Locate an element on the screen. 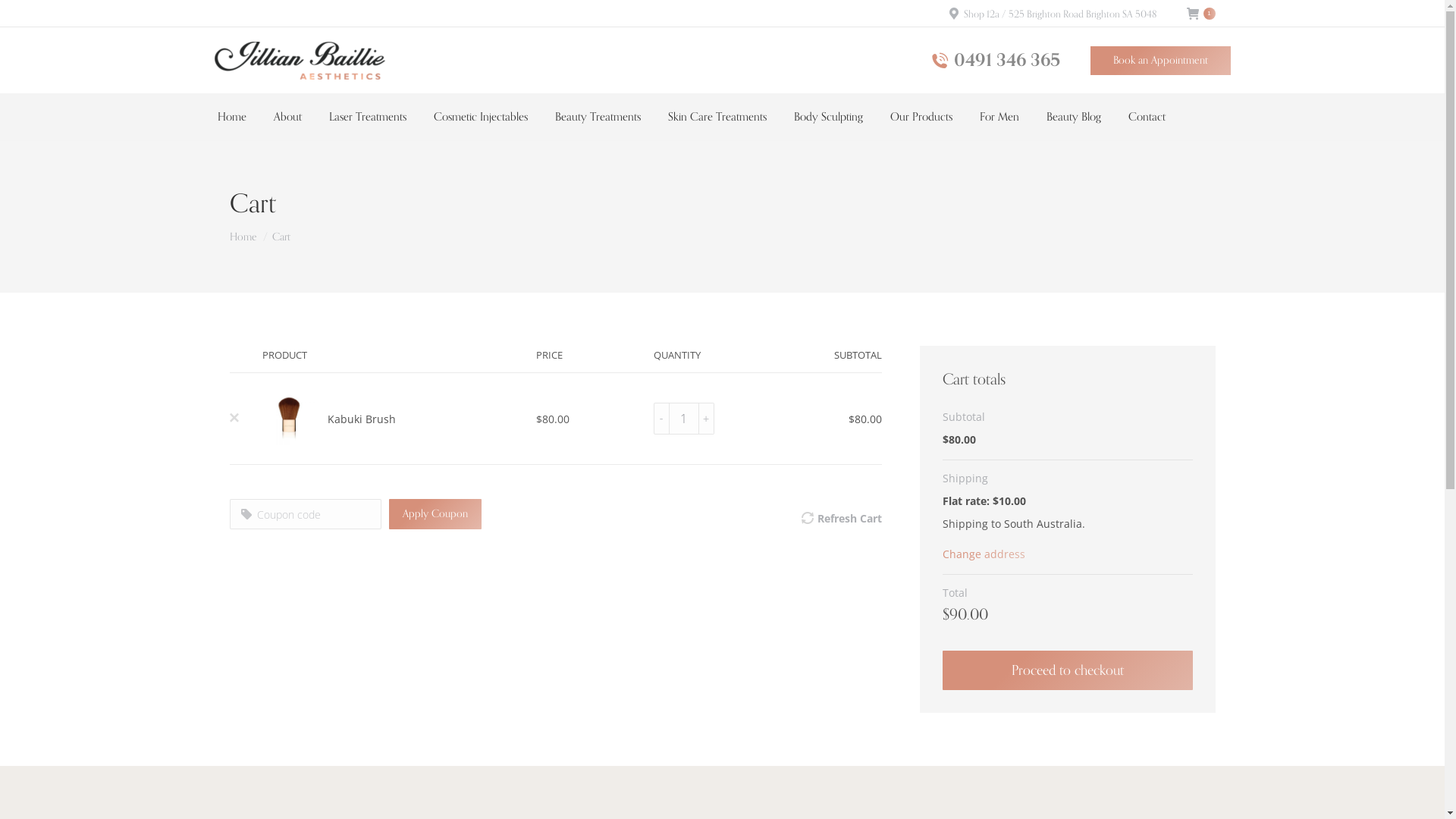 This screenshot has height=819, width=1456. 'Proceed to checkout' is located at coordinates (1065, 669).